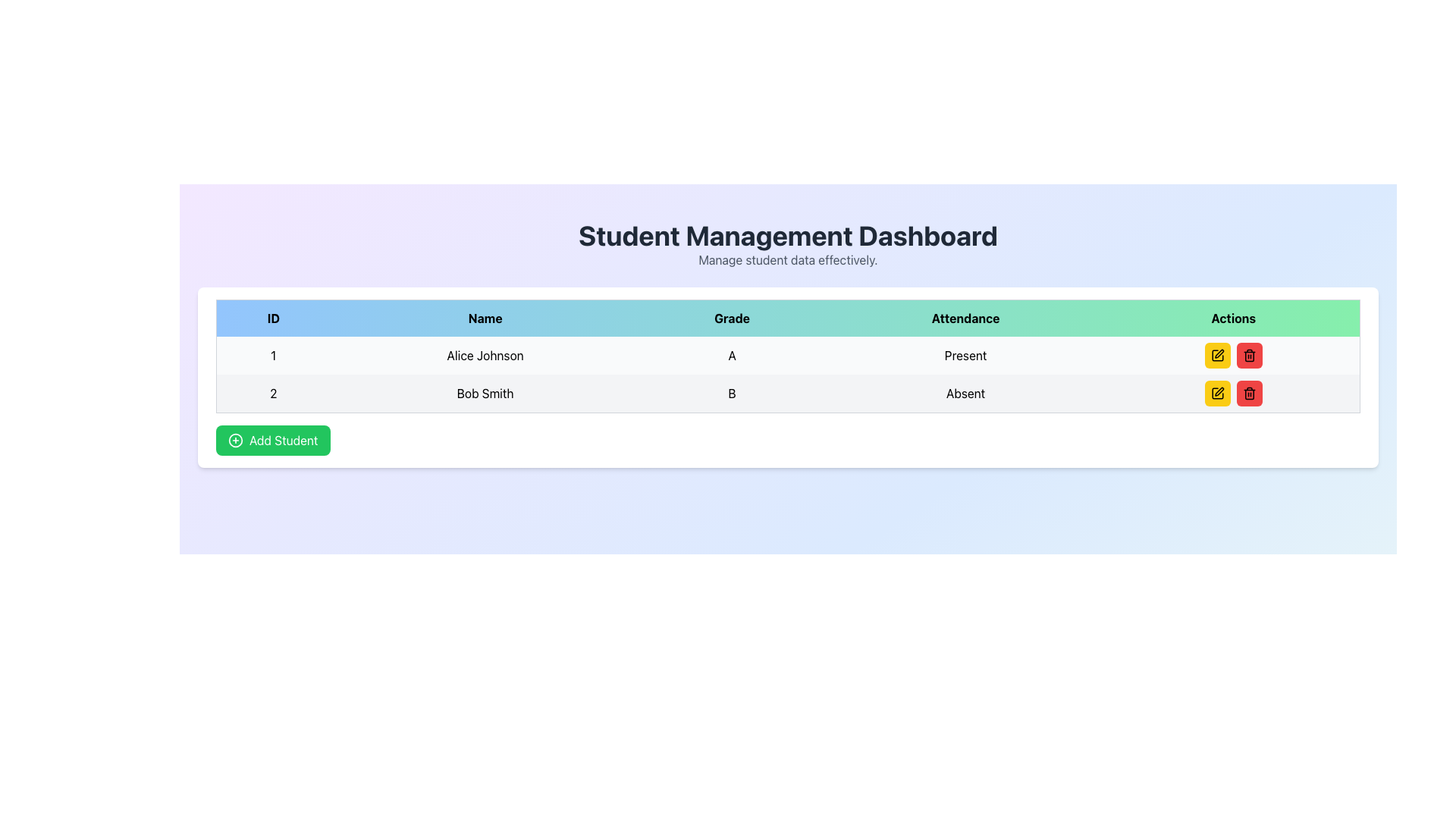 The height and width of the screenshot is (819, 1456). Describe the element at coordinates (1217, 356) in the screenshot. I see `the small pencil icon button with a yellow background located in the second row of the 'Actions' column` at that location.